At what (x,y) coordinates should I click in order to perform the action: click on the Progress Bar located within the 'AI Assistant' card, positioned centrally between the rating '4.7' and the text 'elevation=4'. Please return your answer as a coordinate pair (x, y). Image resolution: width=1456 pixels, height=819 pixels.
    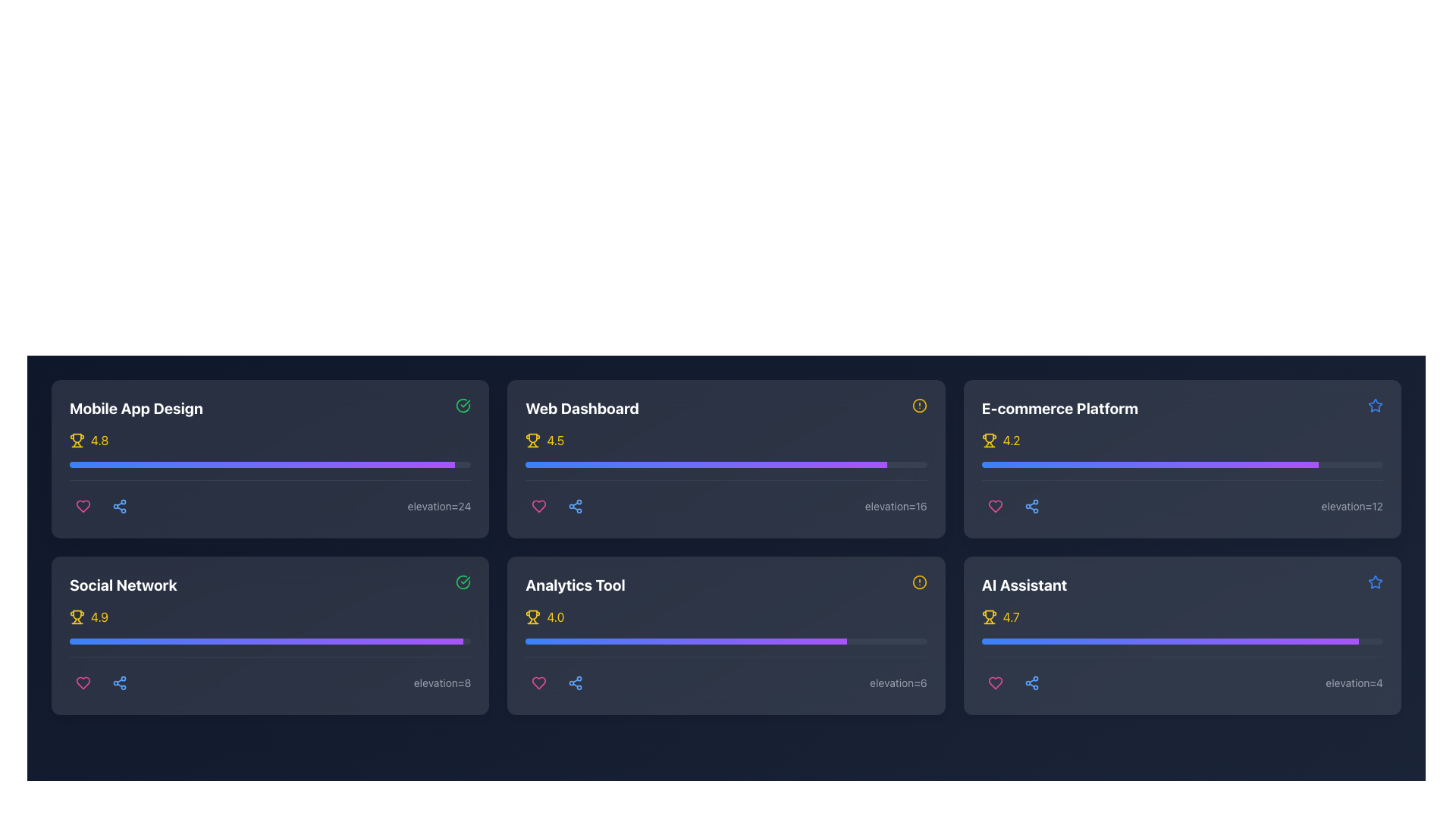
    Looking at the image, I should click on (1181, 651).